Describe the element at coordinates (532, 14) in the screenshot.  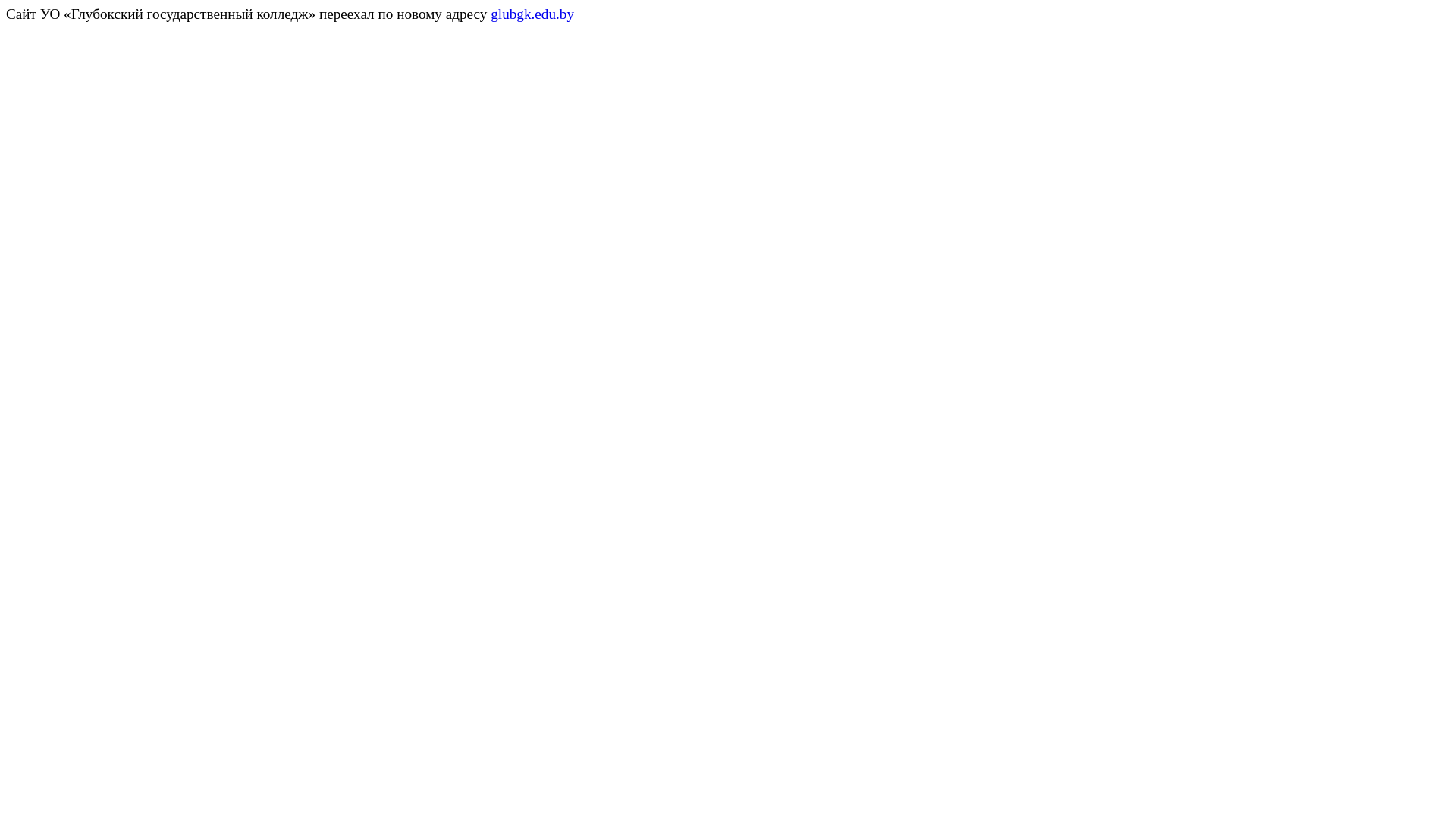
I see `'glubgk.edu.by'` at that location.